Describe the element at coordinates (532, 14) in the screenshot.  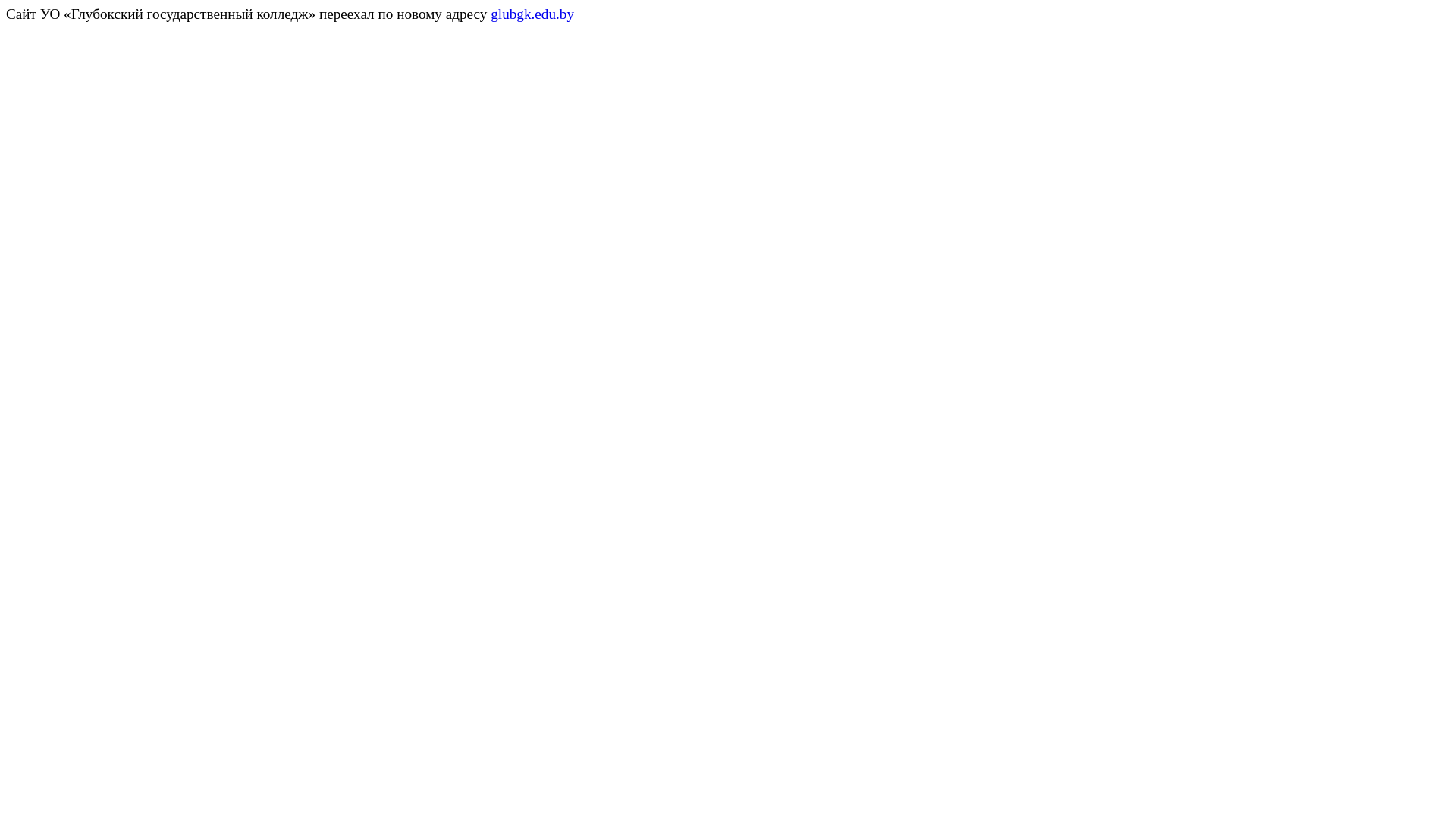
I see `'glubgk.edu.by'` at that location.